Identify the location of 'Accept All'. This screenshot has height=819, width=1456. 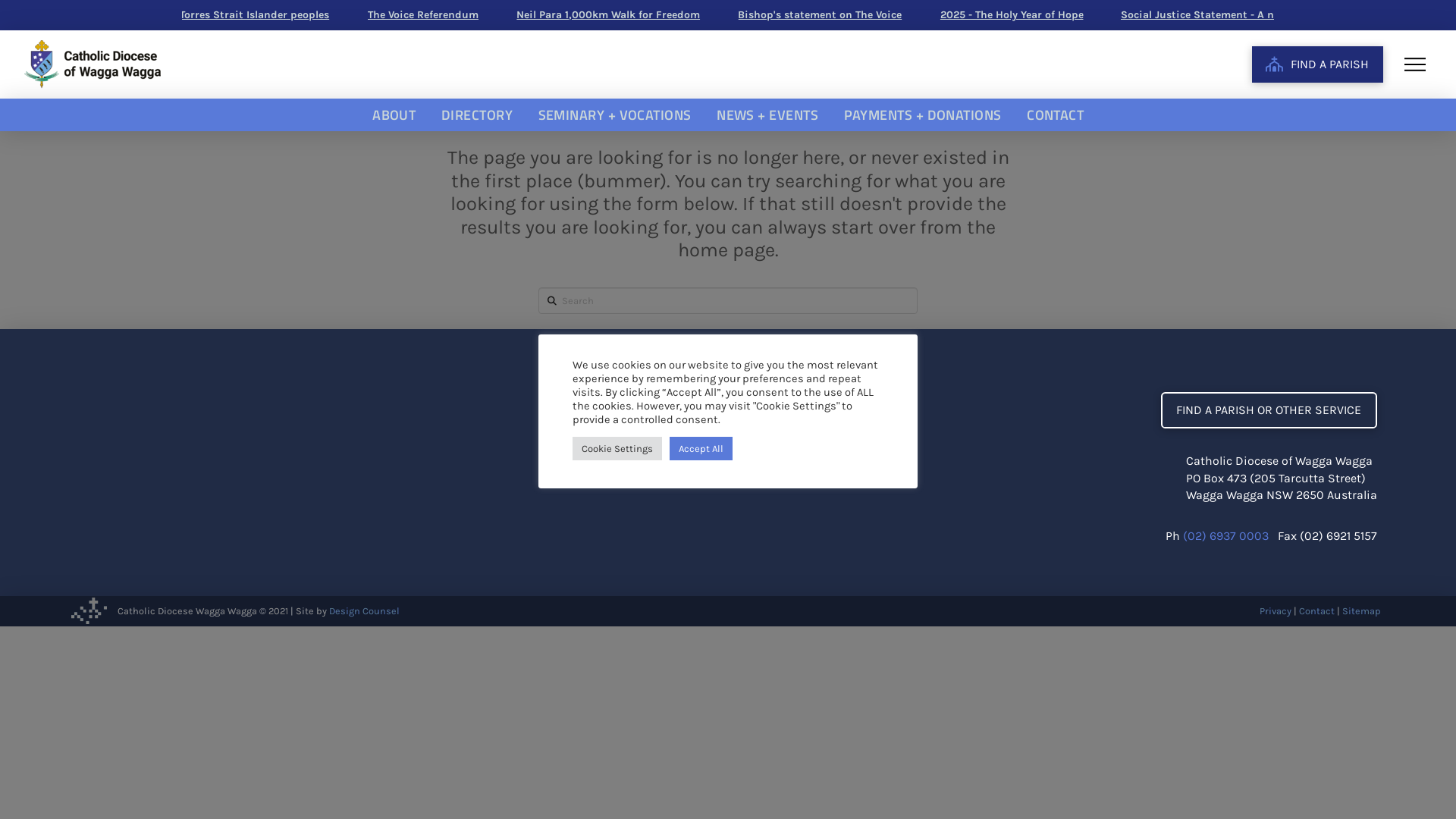
(700, 447).